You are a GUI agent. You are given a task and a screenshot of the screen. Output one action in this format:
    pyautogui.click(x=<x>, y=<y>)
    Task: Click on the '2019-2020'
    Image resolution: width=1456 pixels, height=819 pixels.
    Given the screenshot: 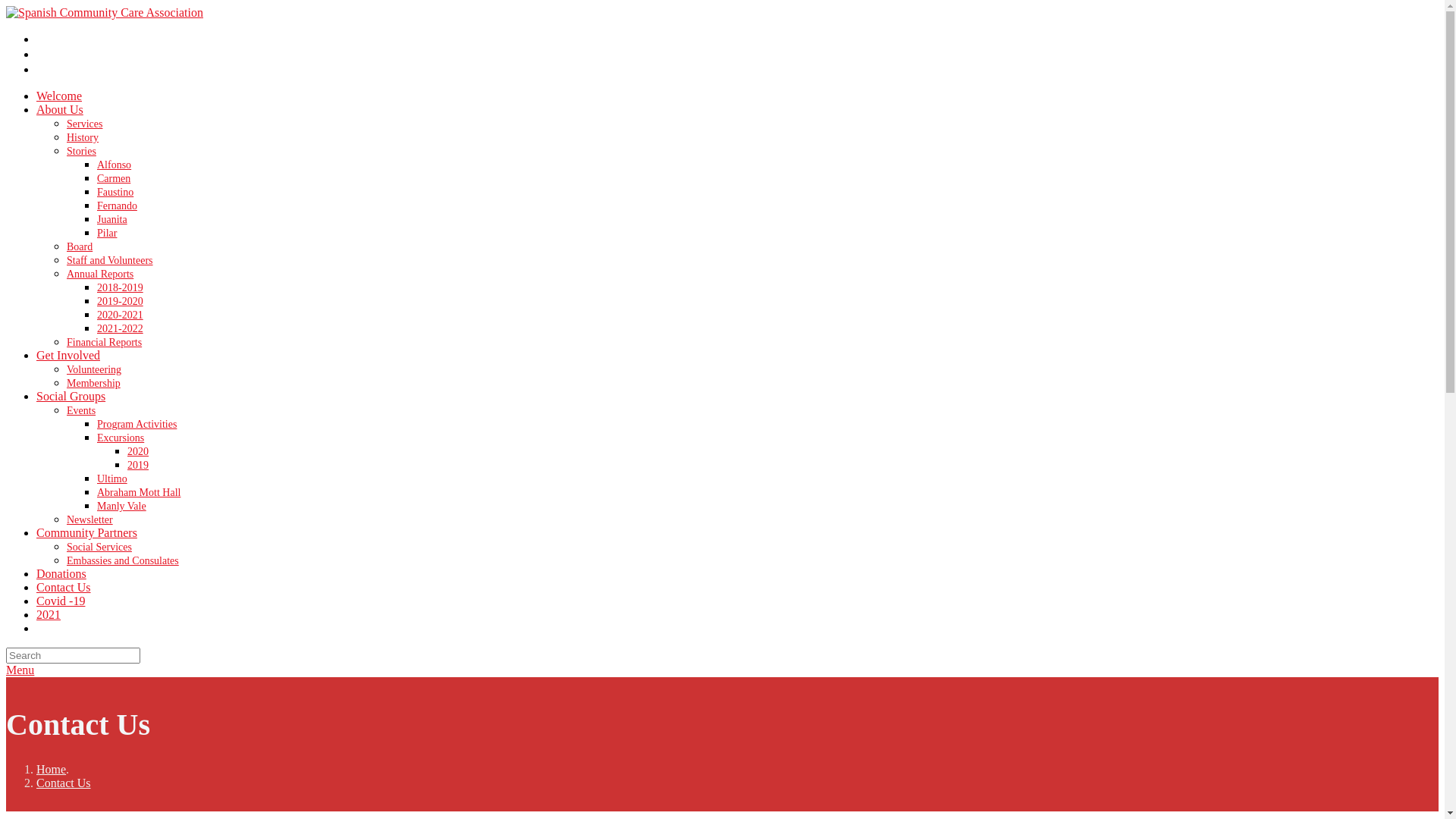 What is the action you would take?
    pyautogui.click(x=119, y=301)
    